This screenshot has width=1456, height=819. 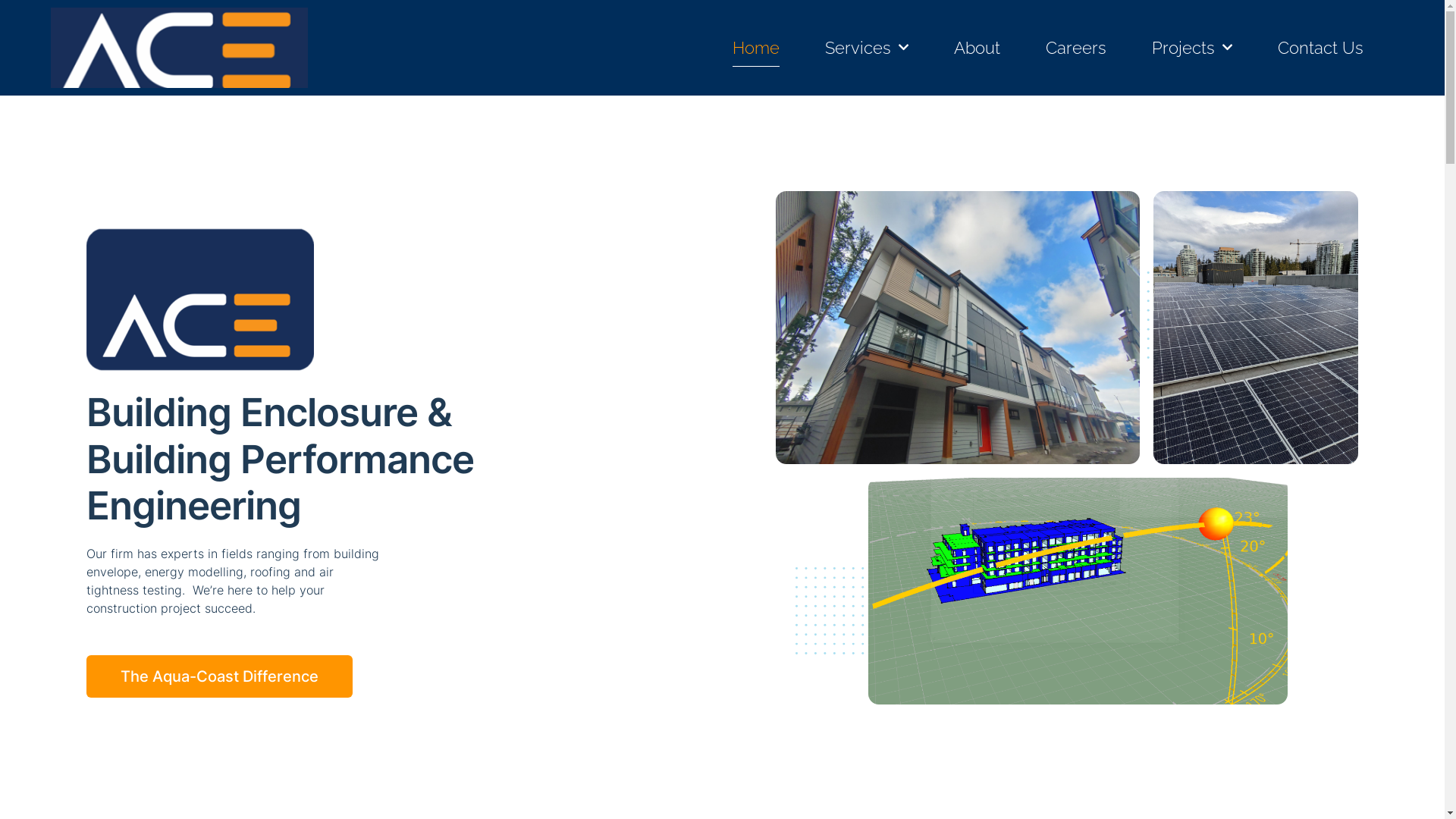 What do you see at coordinates (218, 675) in the screenshot?
I see `'The Aqua-Coast Difference'` at bounding box center [218, 675].